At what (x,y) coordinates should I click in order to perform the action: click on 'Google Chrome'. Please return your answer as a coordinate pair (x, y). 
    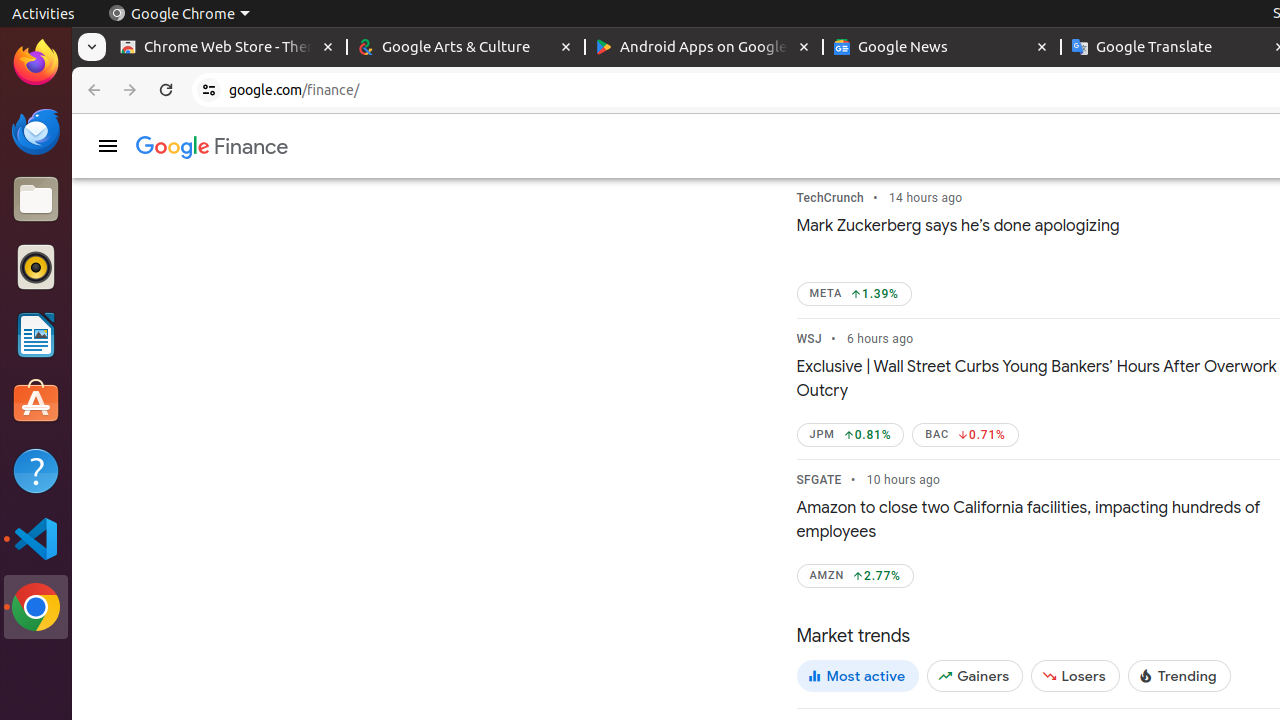
    Looking at the image, I should click on (178, 13).